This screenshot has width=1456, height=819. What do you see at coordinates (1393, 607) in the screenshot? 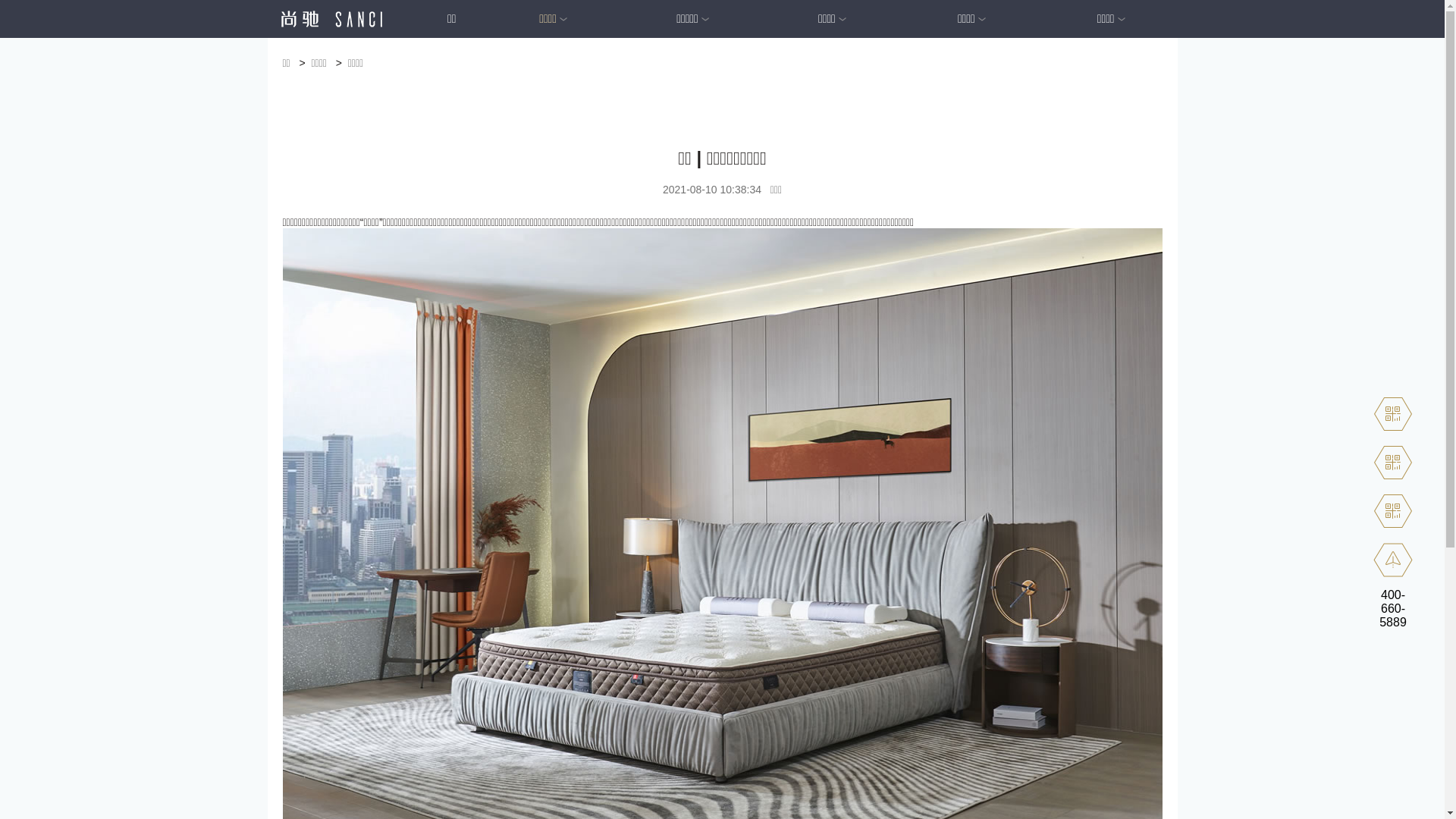
I see `'400-660-5889'` at bounding box center [1393, 607].